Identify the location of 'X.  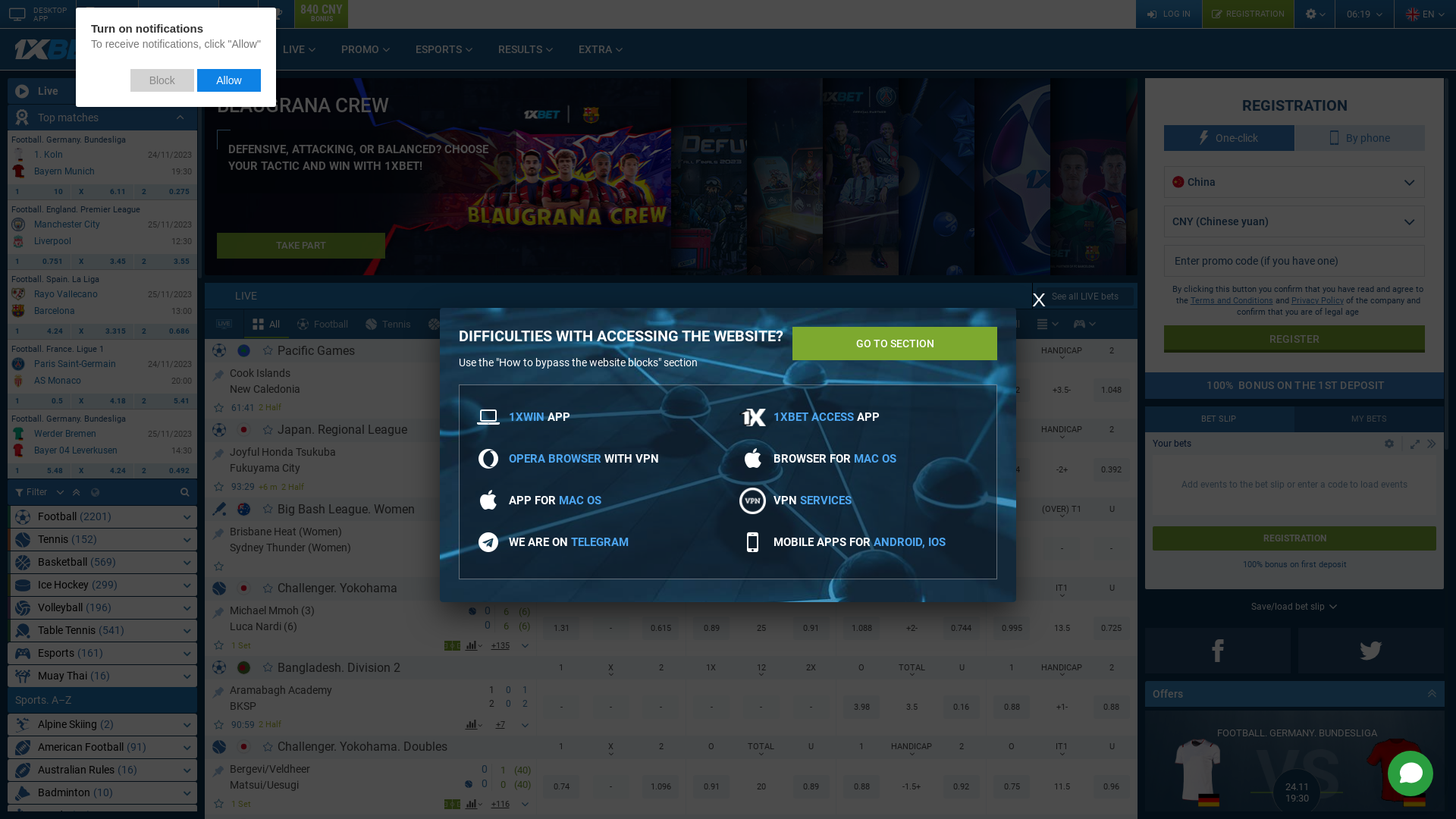
(71, 400).